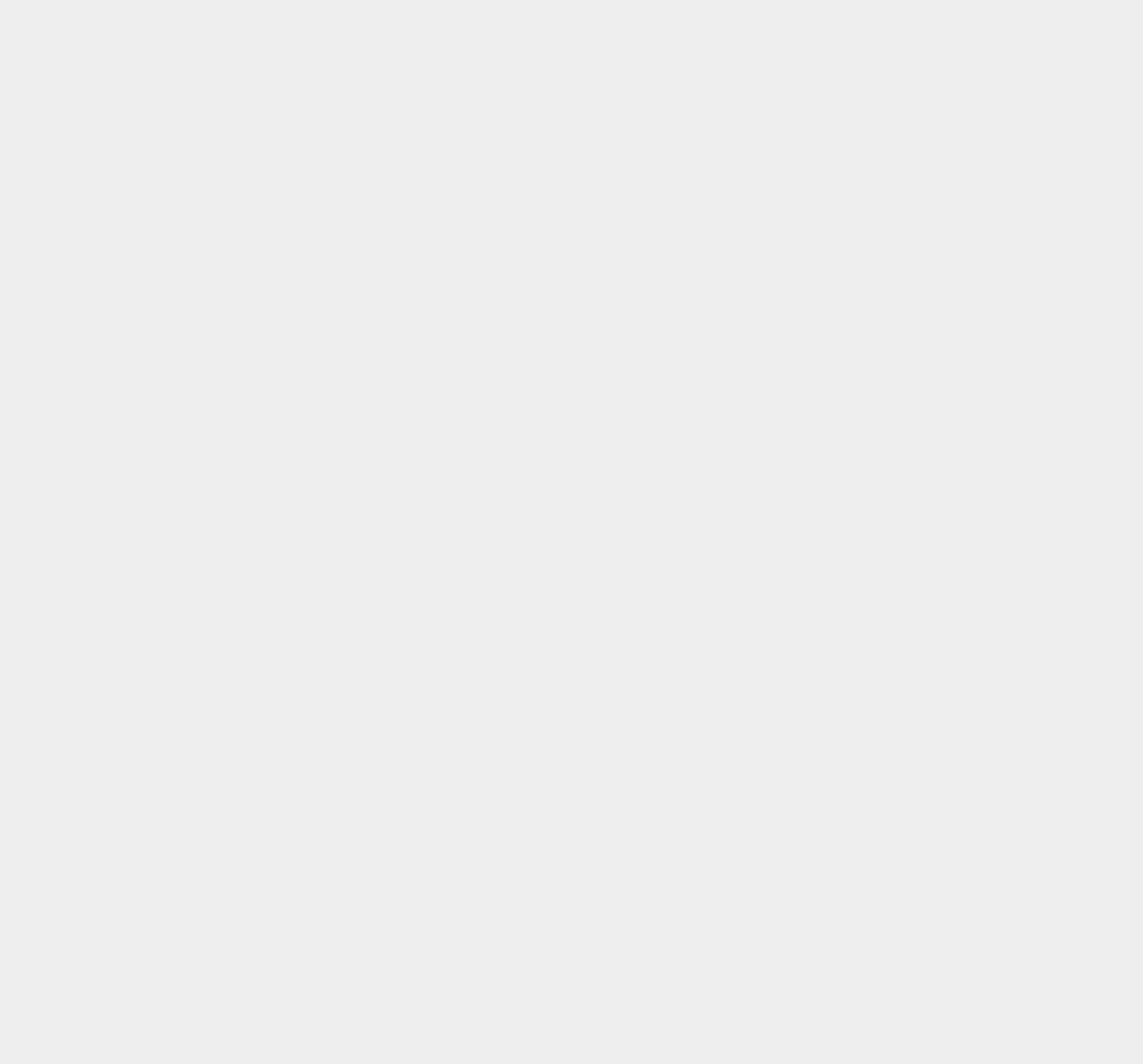 The width and height of the screenshot is (1143, 1064). Describe the element at coordinates (839, 681) in the screenshot. I see `'Wearables'` at that location.